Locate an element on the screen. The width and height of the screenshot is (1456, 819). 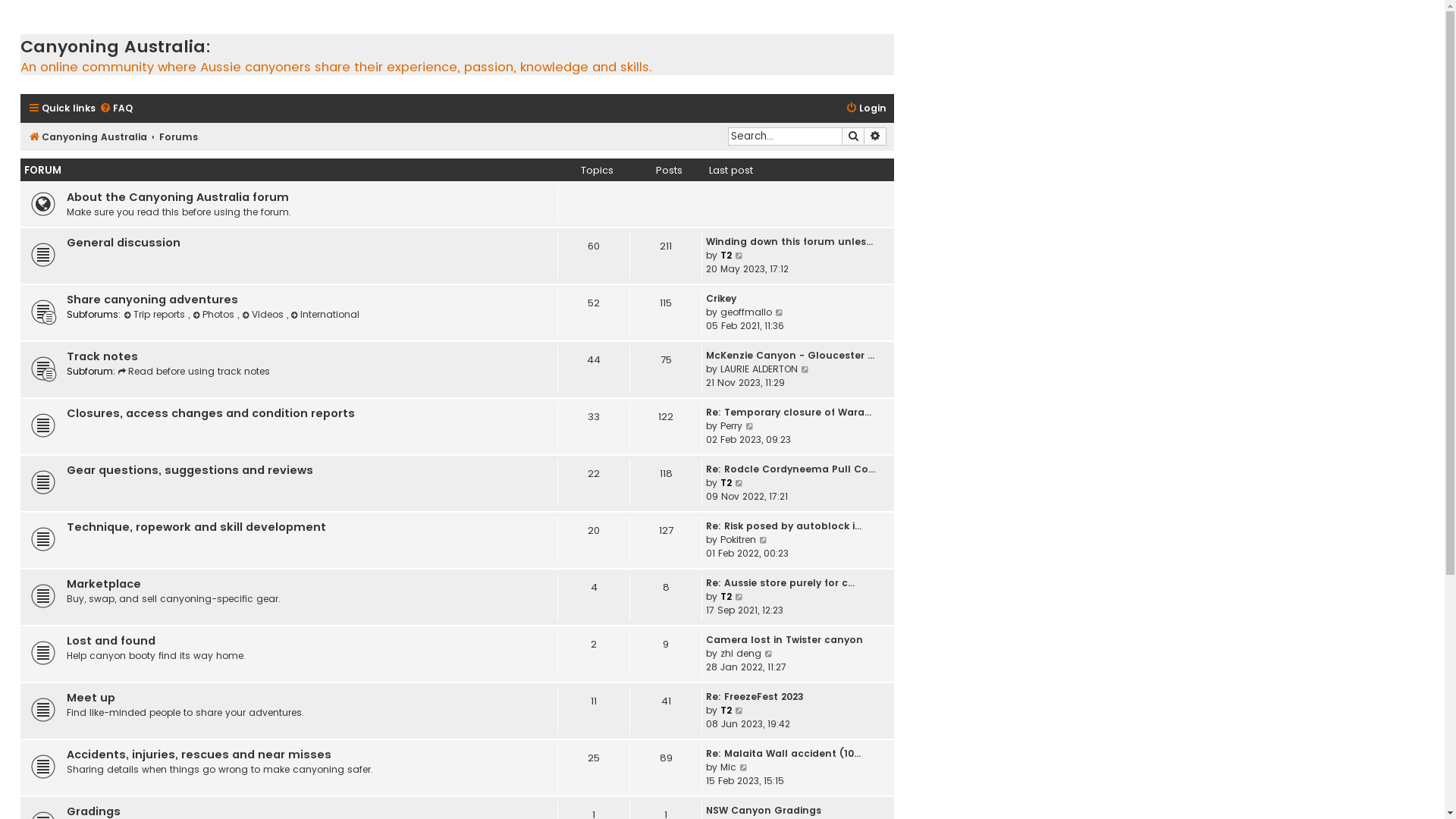
'Forums' is located at coordinates (178, 137).